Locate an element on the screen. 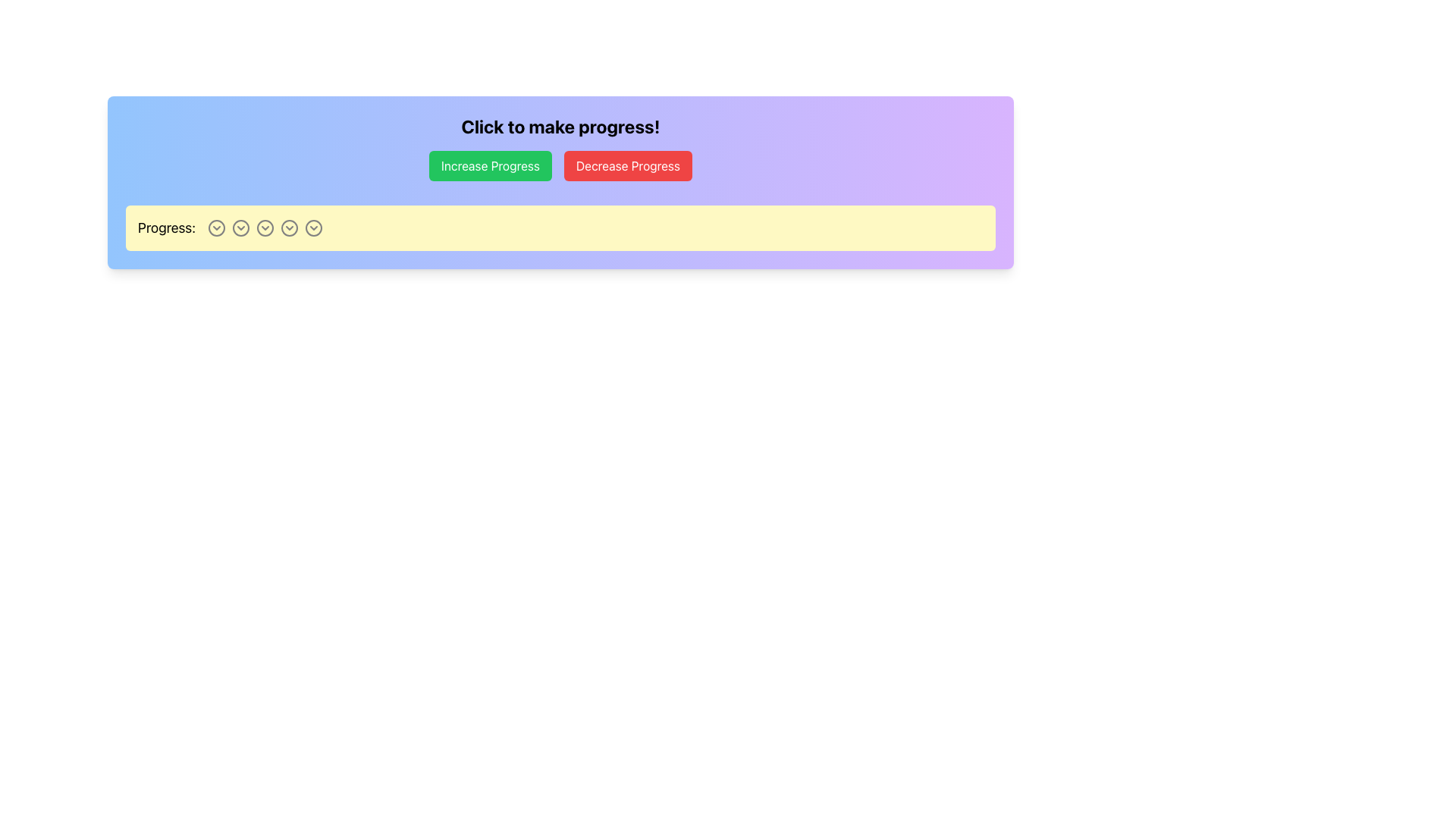 This screenshot has height=819, width=1456. the large bold black text that states 'Click to make progress!', which is centrally aligned within a gradient background transitioning from blue to purple is located at coordinates (560, 125).